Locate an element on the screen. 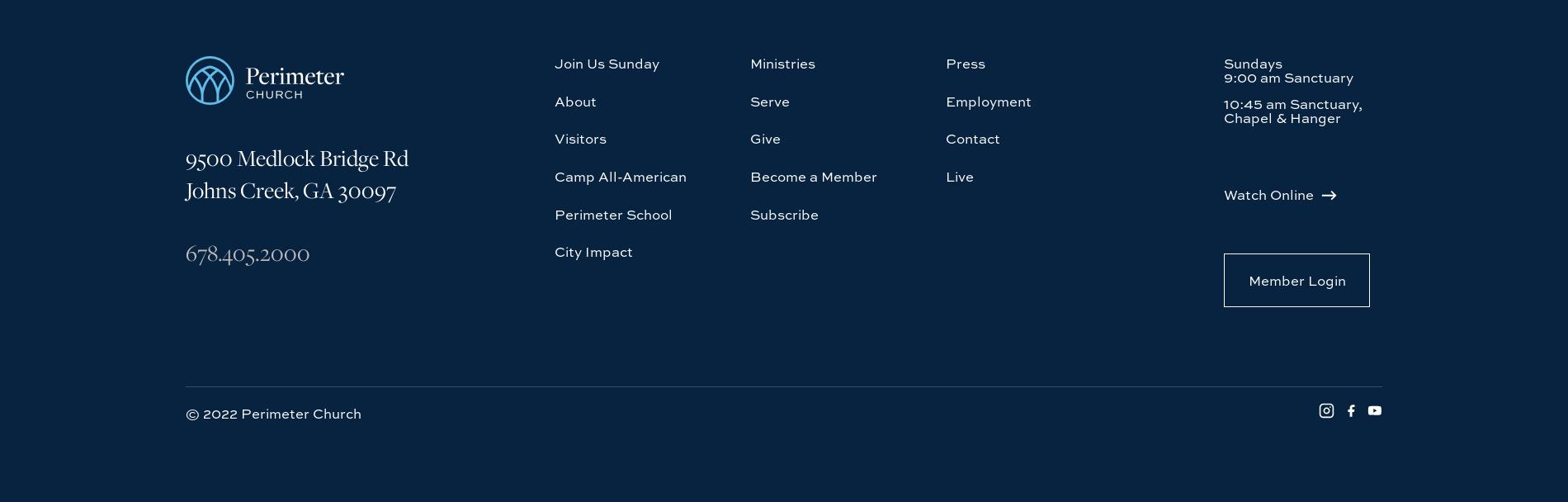  'Camp All-American' is located at coordinates (555, 24).